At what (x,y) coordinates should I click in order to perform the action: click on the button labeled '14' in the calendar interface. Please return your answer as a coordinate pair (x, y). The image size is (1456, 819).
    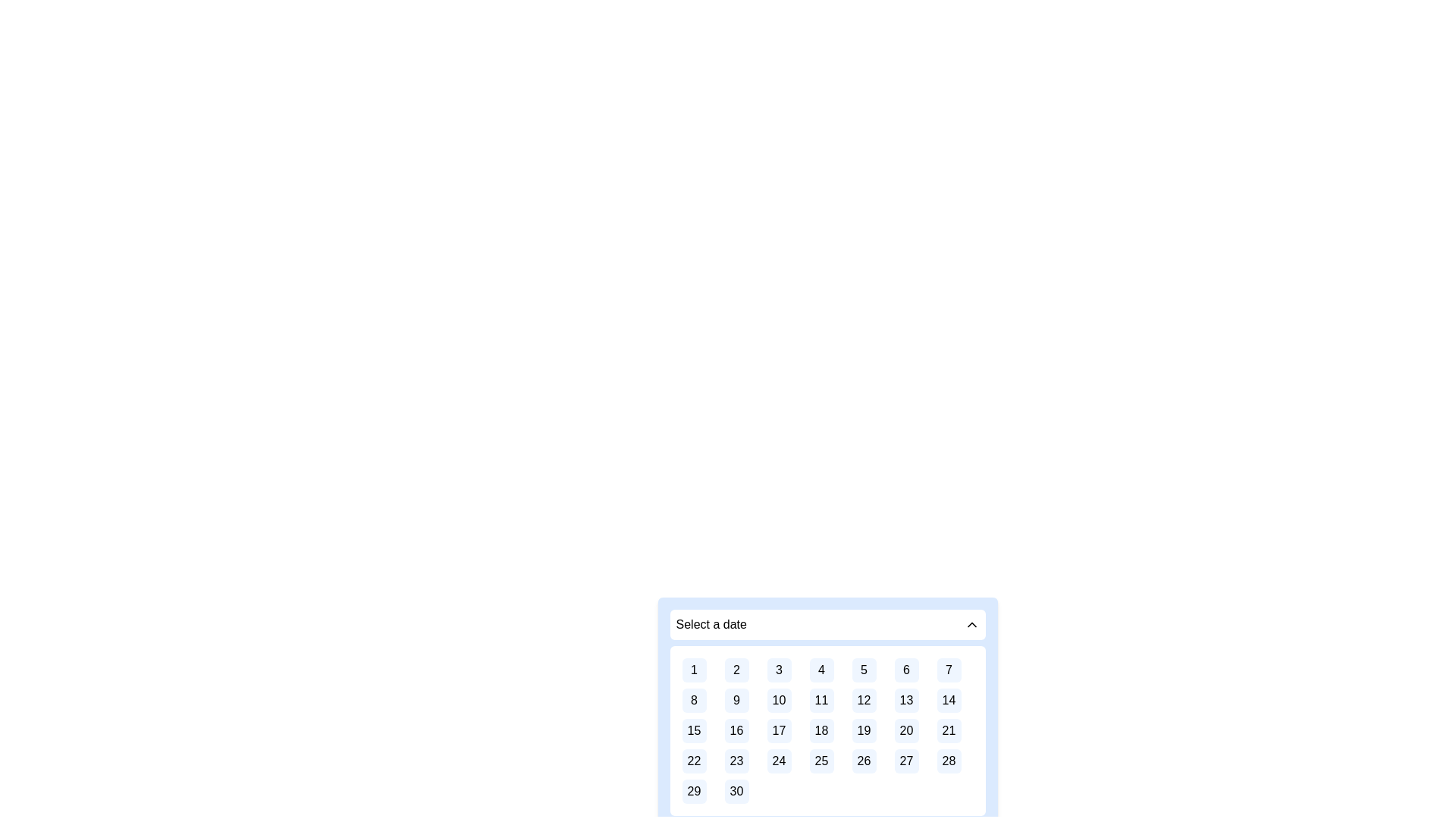
    Looking at the image, I should click on (948, 701).